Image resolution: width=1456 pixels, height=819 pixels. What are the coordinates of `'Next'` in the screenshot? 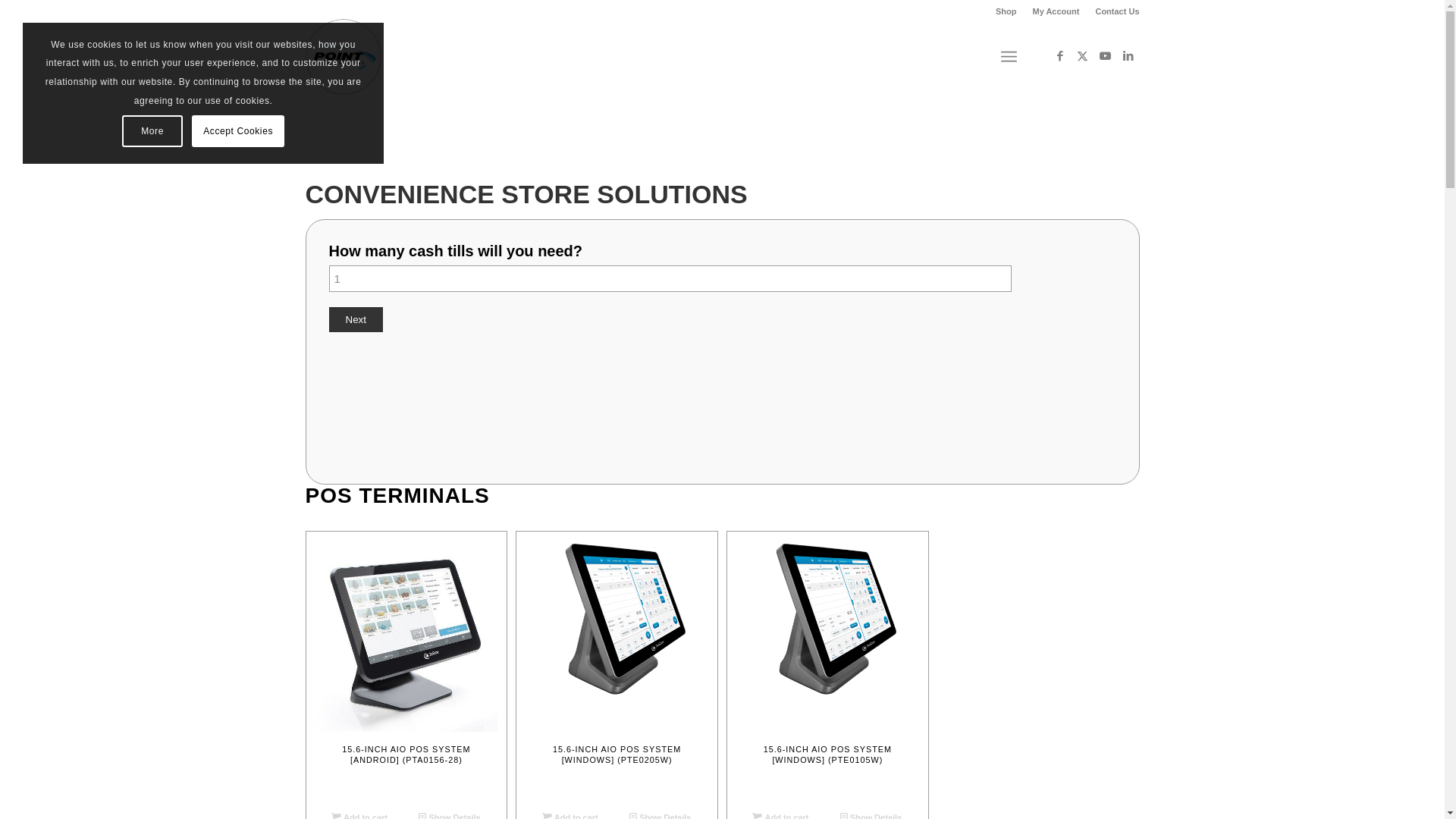 It's located at (355, 318).